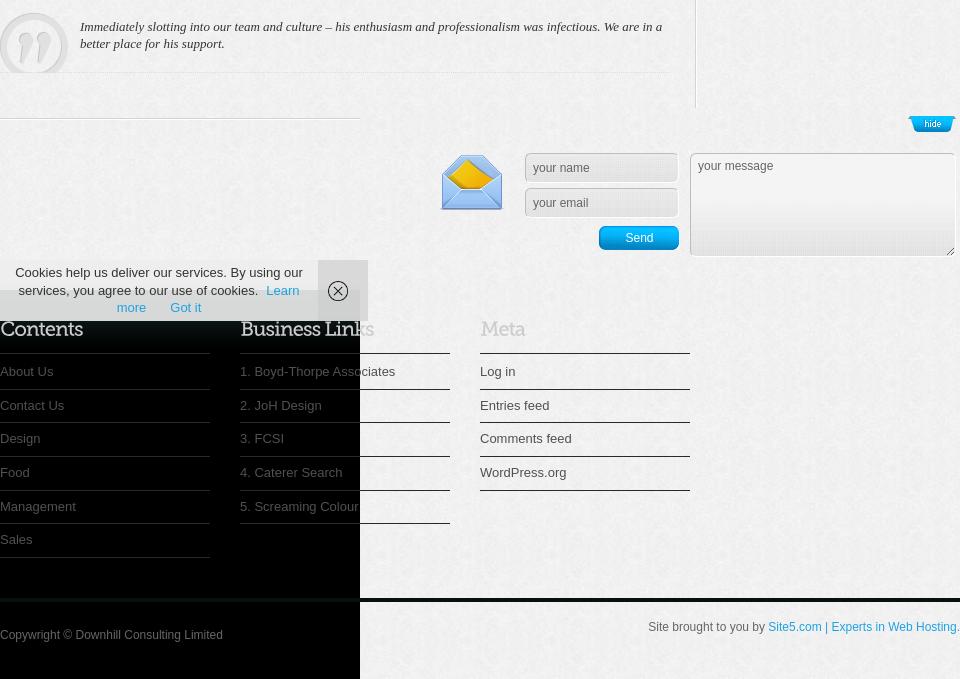 This screenshot has width=960, height=679. Describe the element at coordinates (157, 280) in the screenshot. I see `'Cookies help us deliver our services. By using our services, you agree to our use of cookies.'` at that location.